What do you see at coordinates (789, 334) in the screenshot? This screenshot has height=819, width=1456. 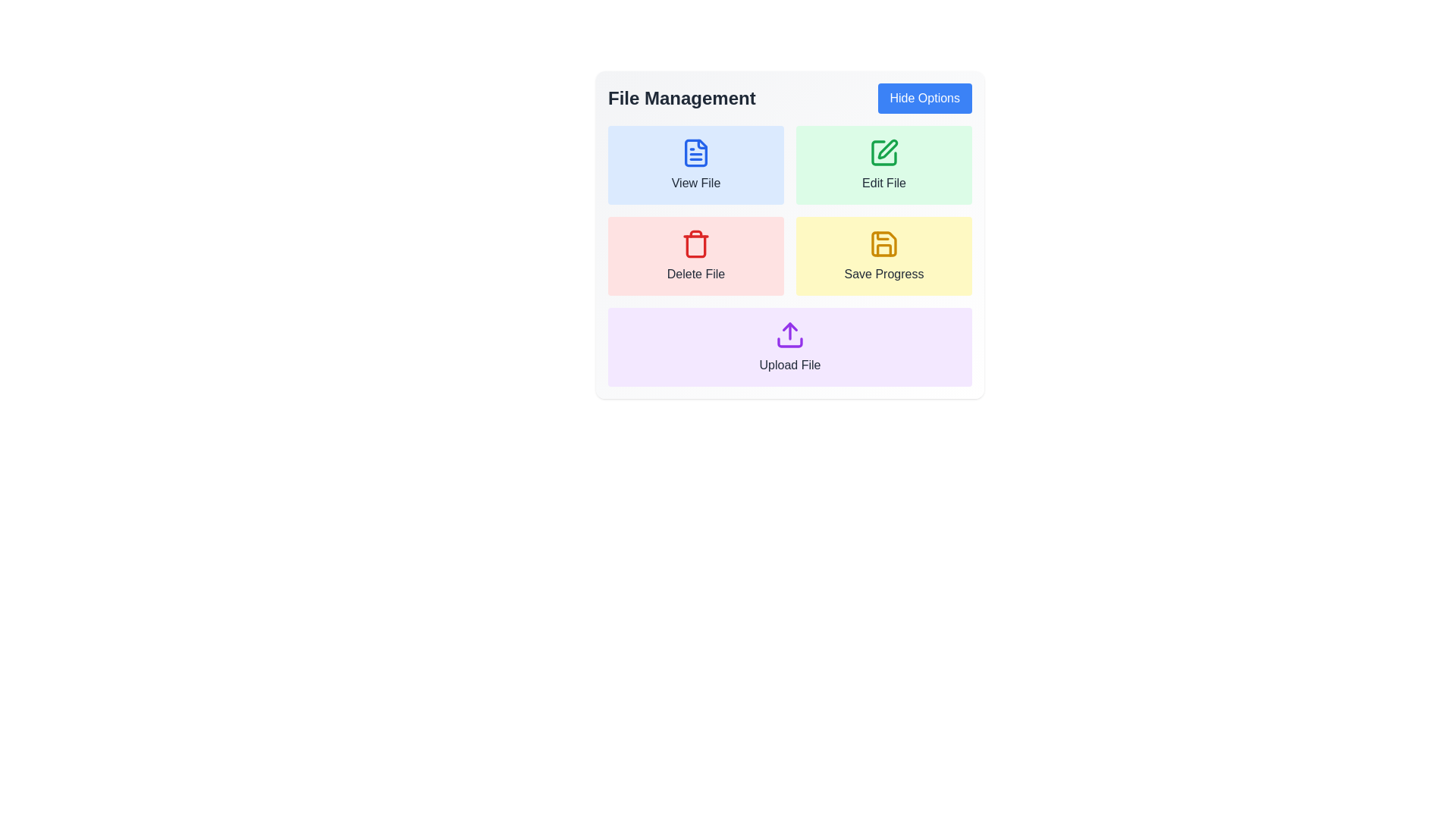 I see `the purple upward arrow icon within the 'Upload File' button located at the bottom center of the grid layout` at bounding box center [789, 334].